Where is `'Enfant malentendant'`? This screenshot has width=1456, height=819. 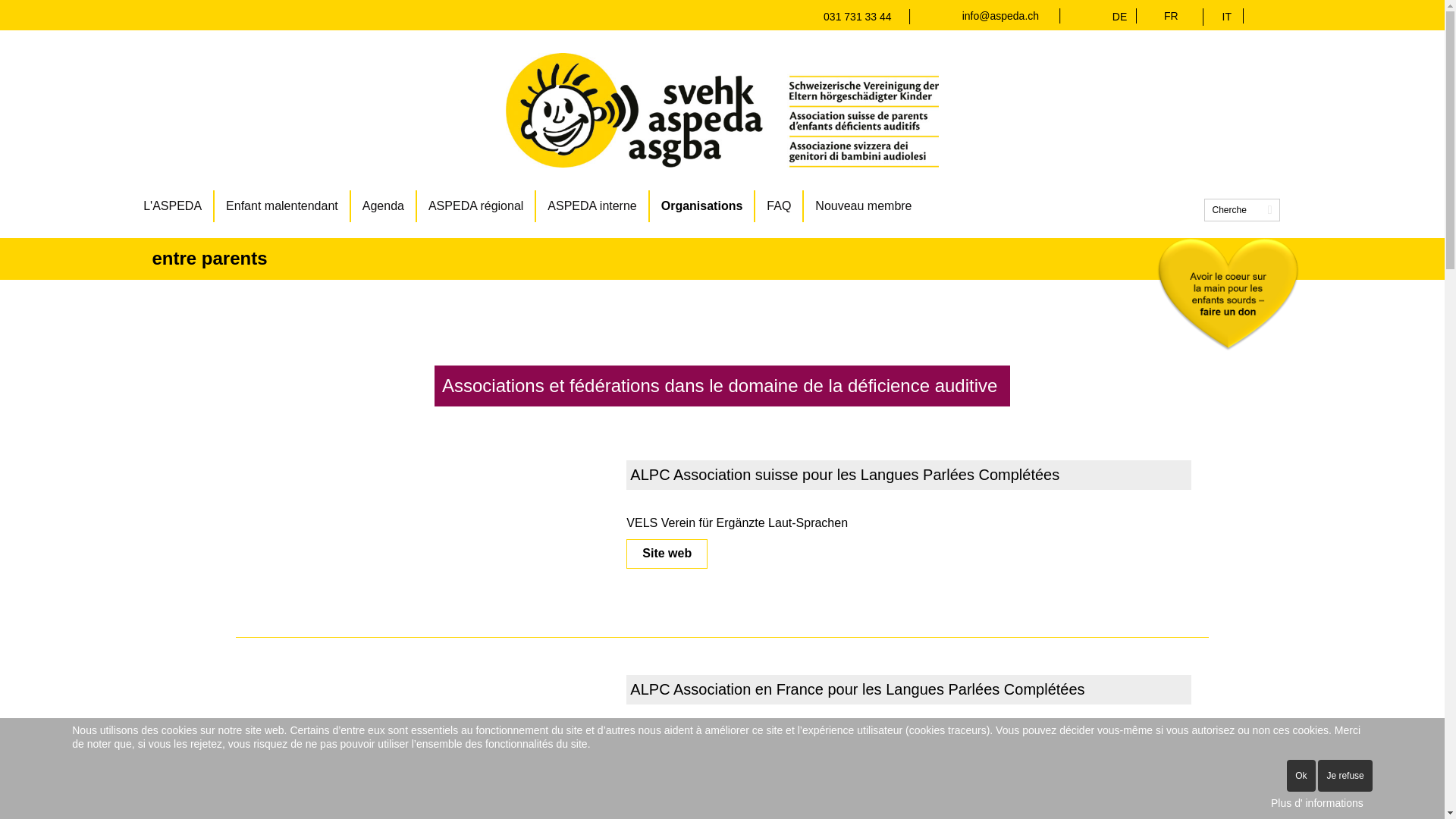
'Enfant malentendant' is located at coordinates (283, 206).